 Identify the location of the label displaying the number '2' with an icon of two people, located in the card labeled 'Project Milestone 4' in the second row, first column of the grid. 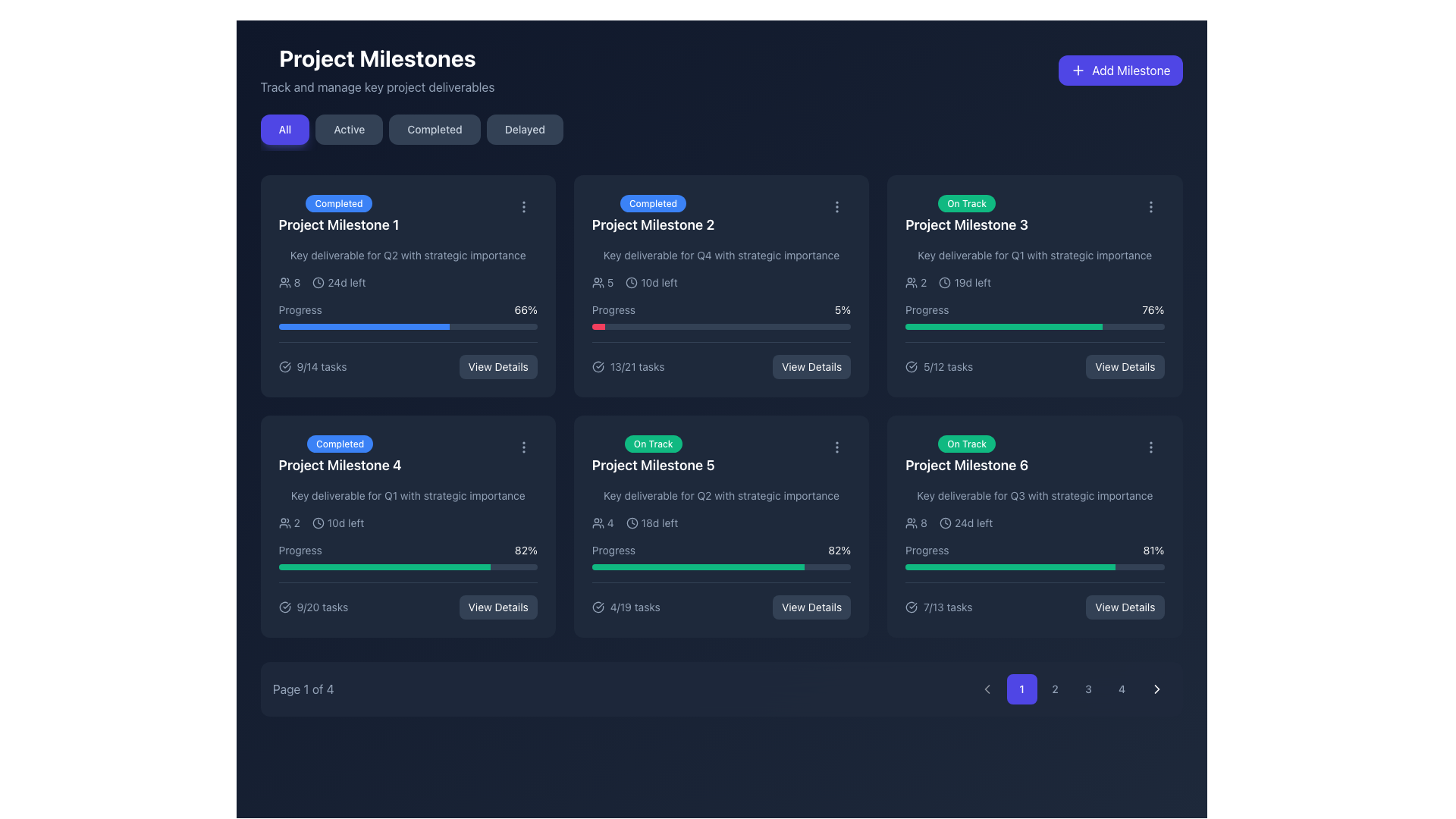
(289, 522).